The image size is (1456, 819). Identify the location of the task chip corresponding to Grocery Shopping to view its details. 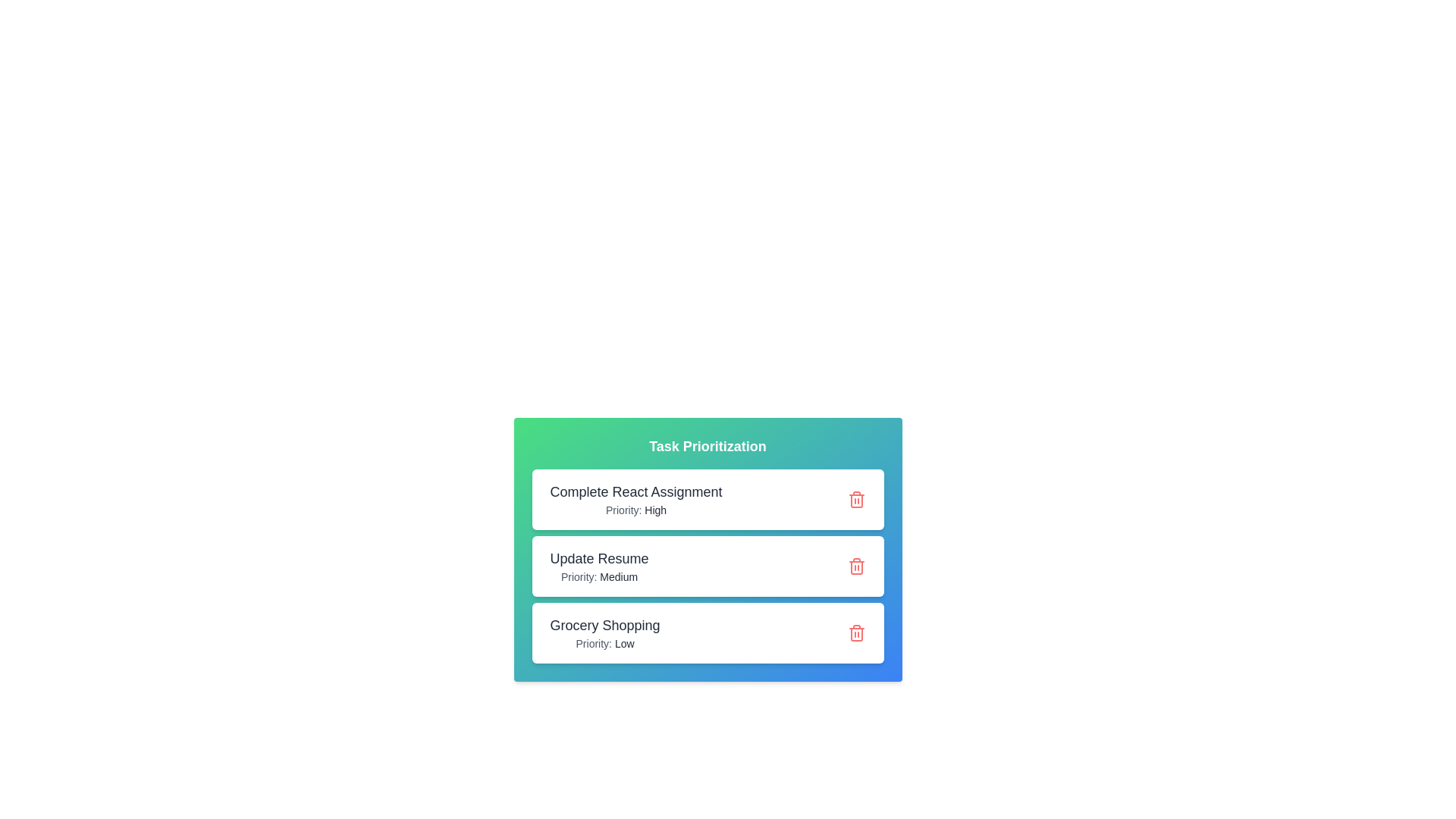
(707, 632).